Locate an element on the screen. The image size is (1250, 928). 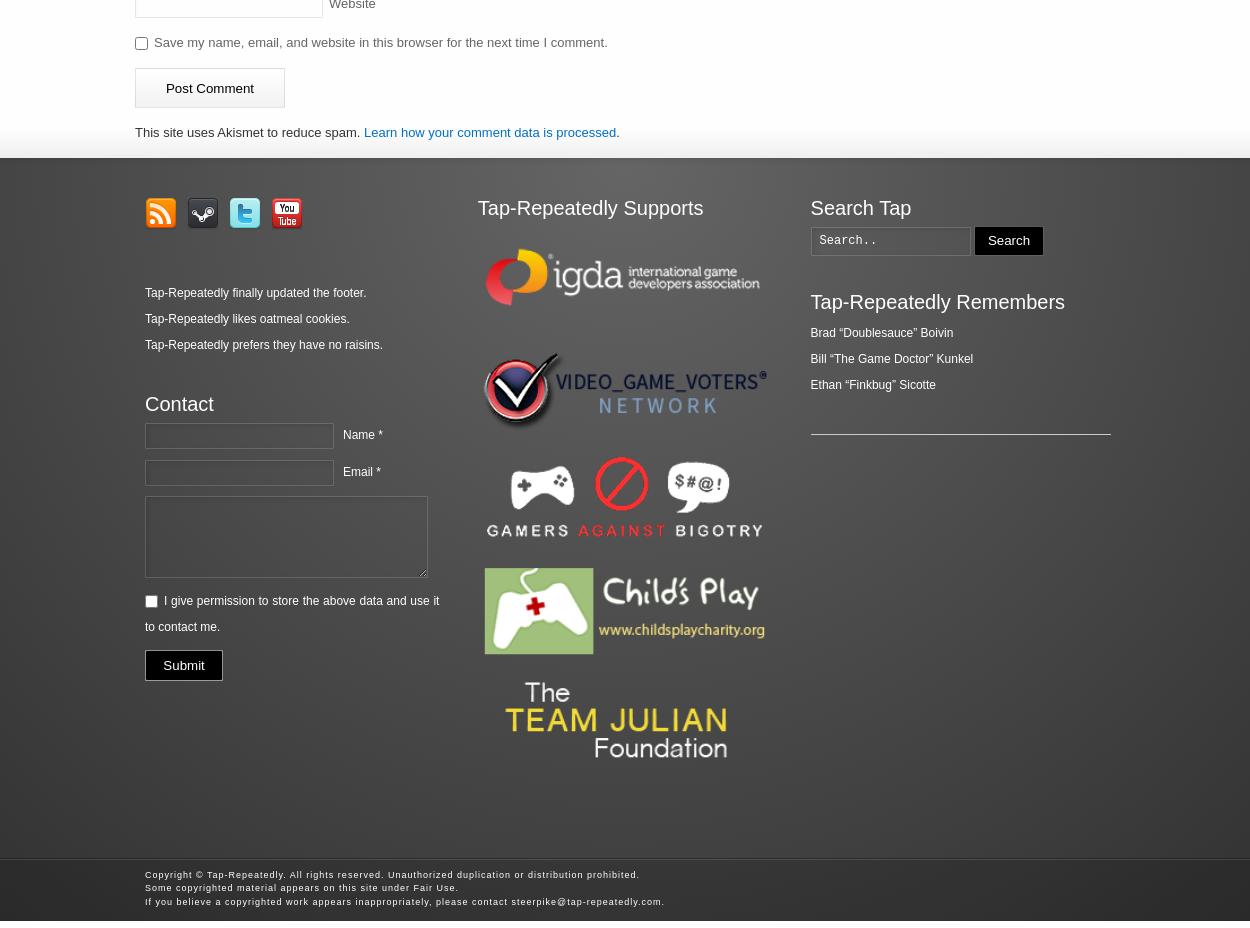
'Some copyrighted material appears on this site under Fair Use.' is located at coordinates (302, 888).